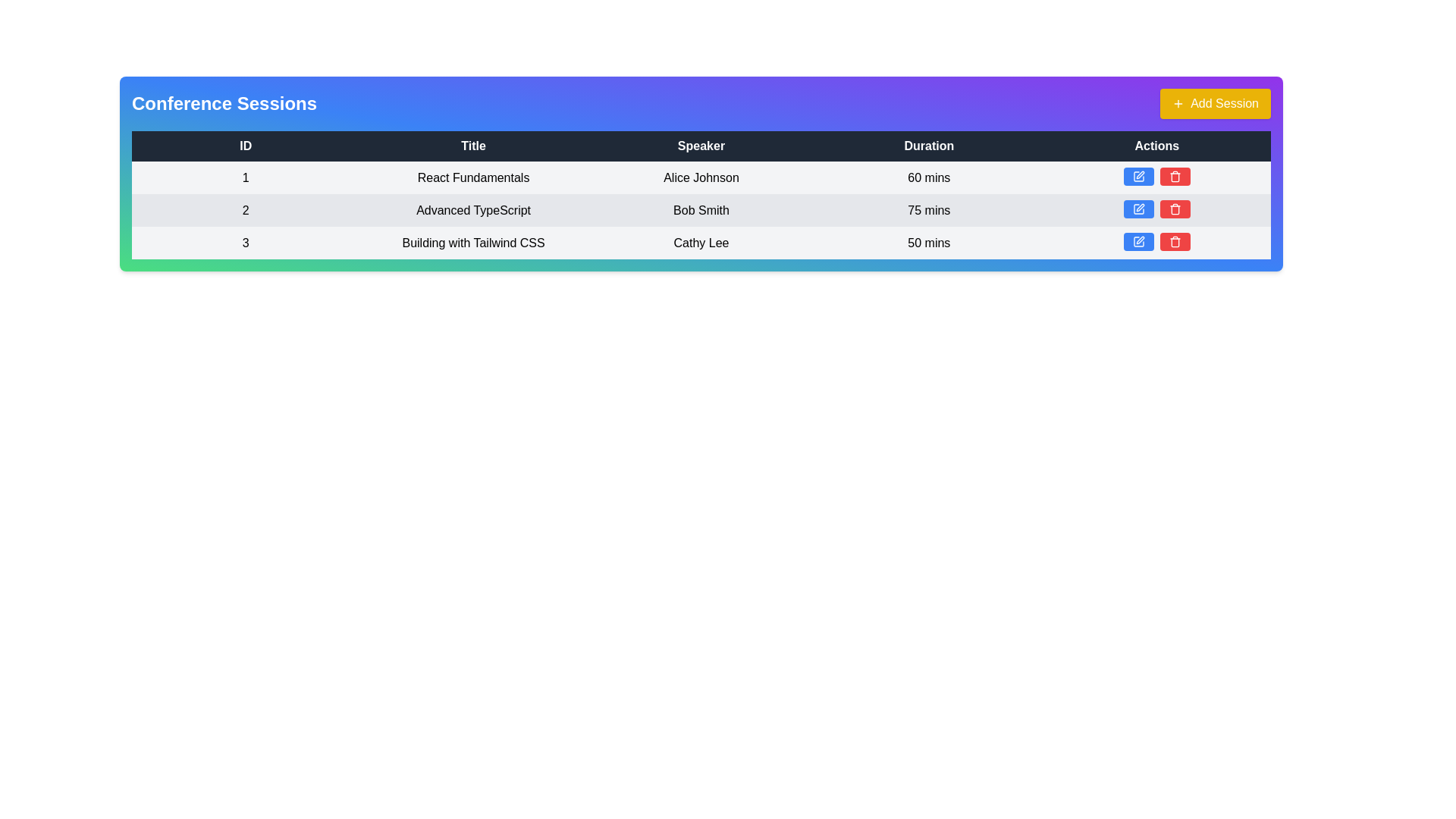 This screenshot has height=819, width=1456. What do you see at coordinates (1138, 209) in the screenshot?
I see `the square-shaped edit icon button with a pen representation located in the 'Actions' column of the second row for the session titled 'Advanced TypeScript'` at bounding box center [1138, 209].